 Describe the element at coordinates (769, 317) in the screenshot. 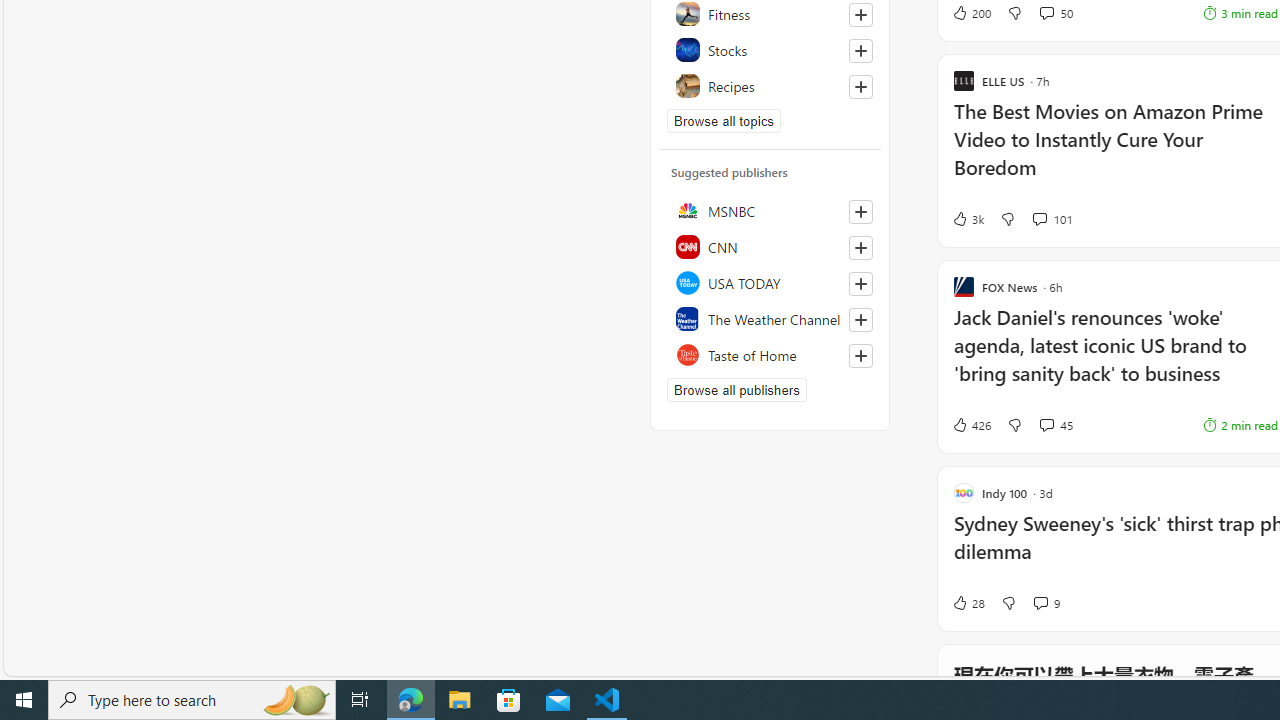

I see `'The Weather Channel'` at that location.